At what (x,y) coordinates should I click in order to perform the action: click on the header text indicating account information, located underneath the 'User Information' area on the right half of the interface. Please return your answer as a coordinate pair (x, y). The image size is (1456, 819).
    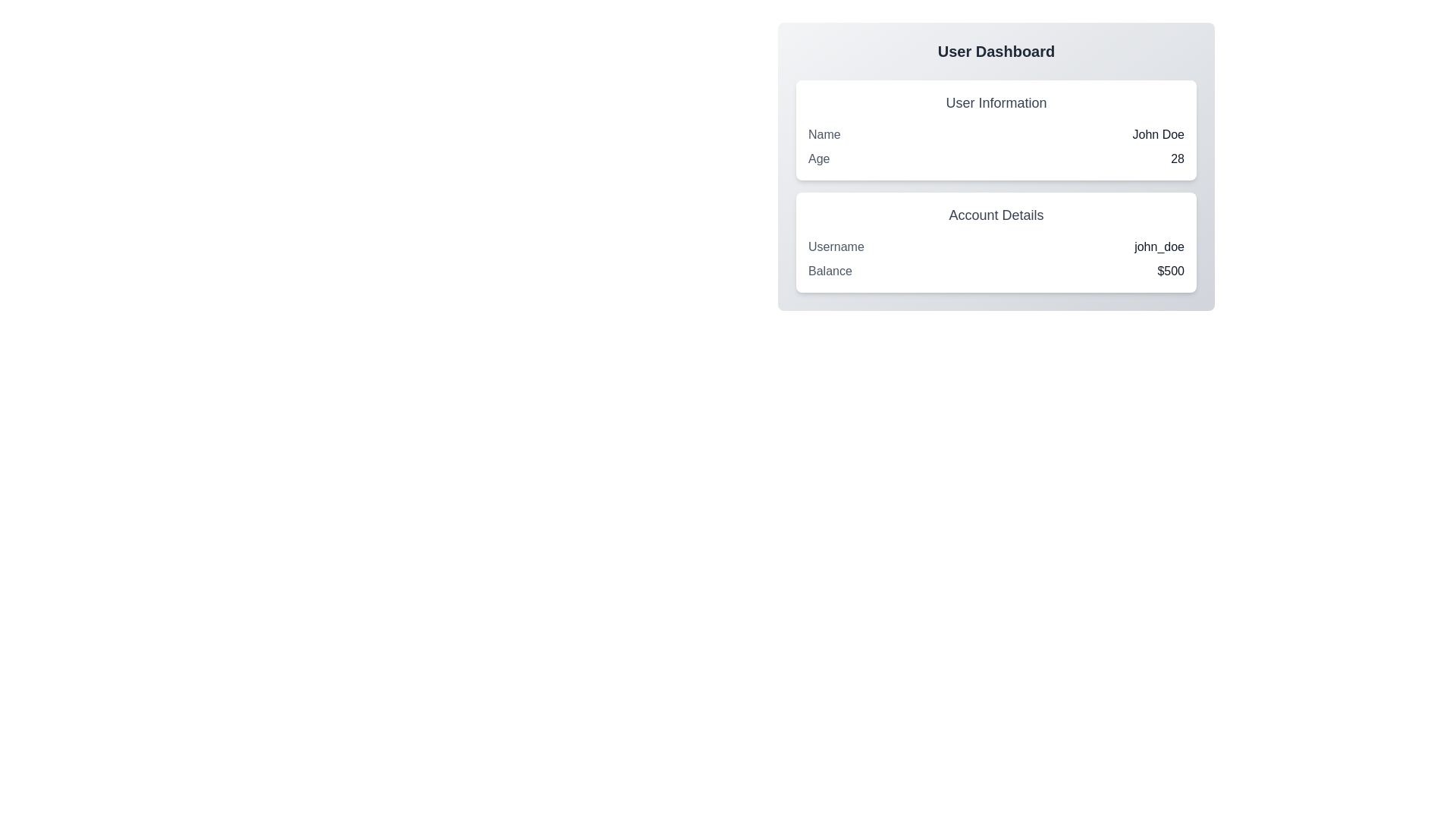
    Looking at the image, I should click on (996, 215).